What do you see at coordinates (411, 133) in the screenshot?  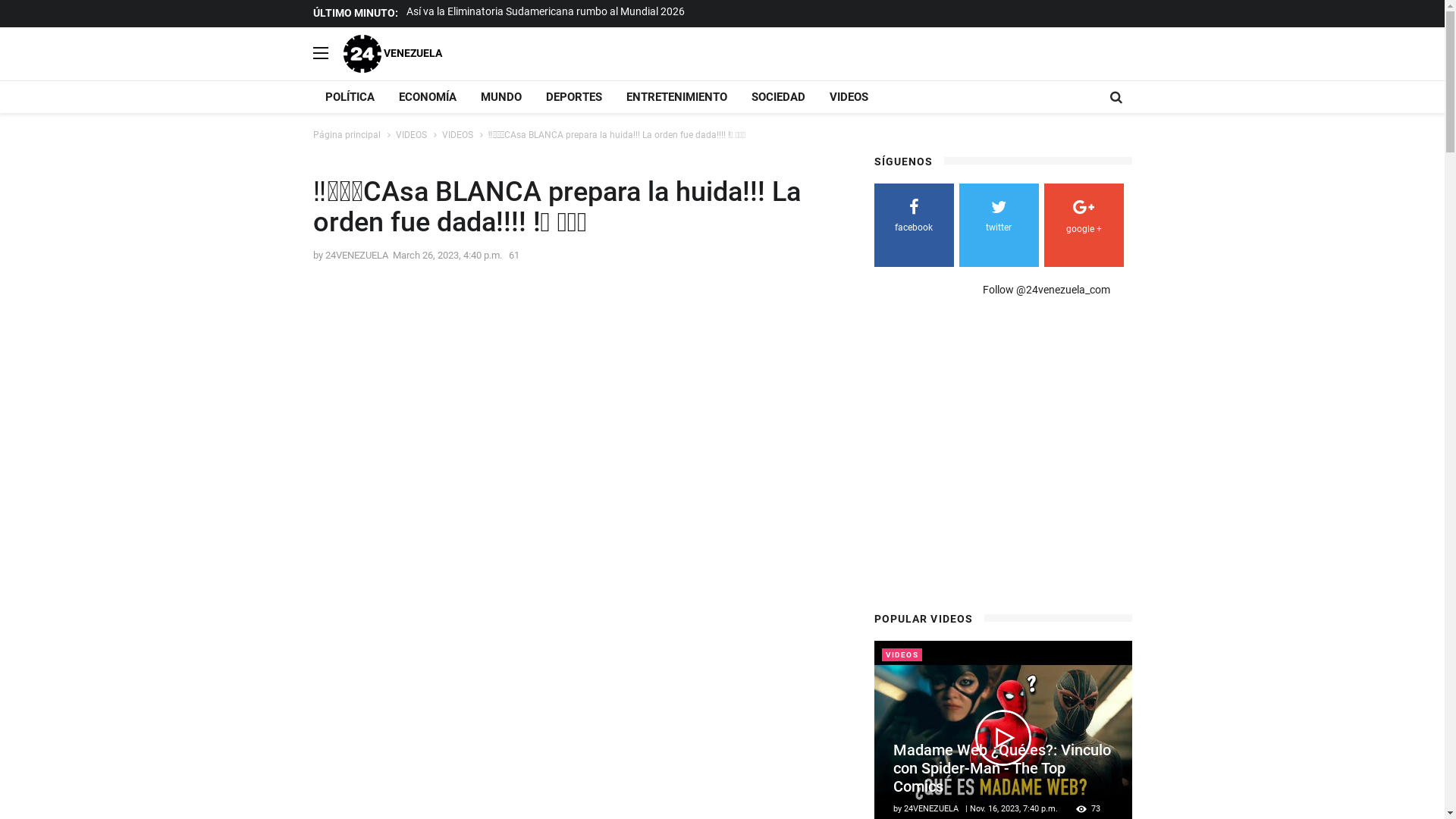 I see `'VIDEOS'` at bounding box center [411, 133].